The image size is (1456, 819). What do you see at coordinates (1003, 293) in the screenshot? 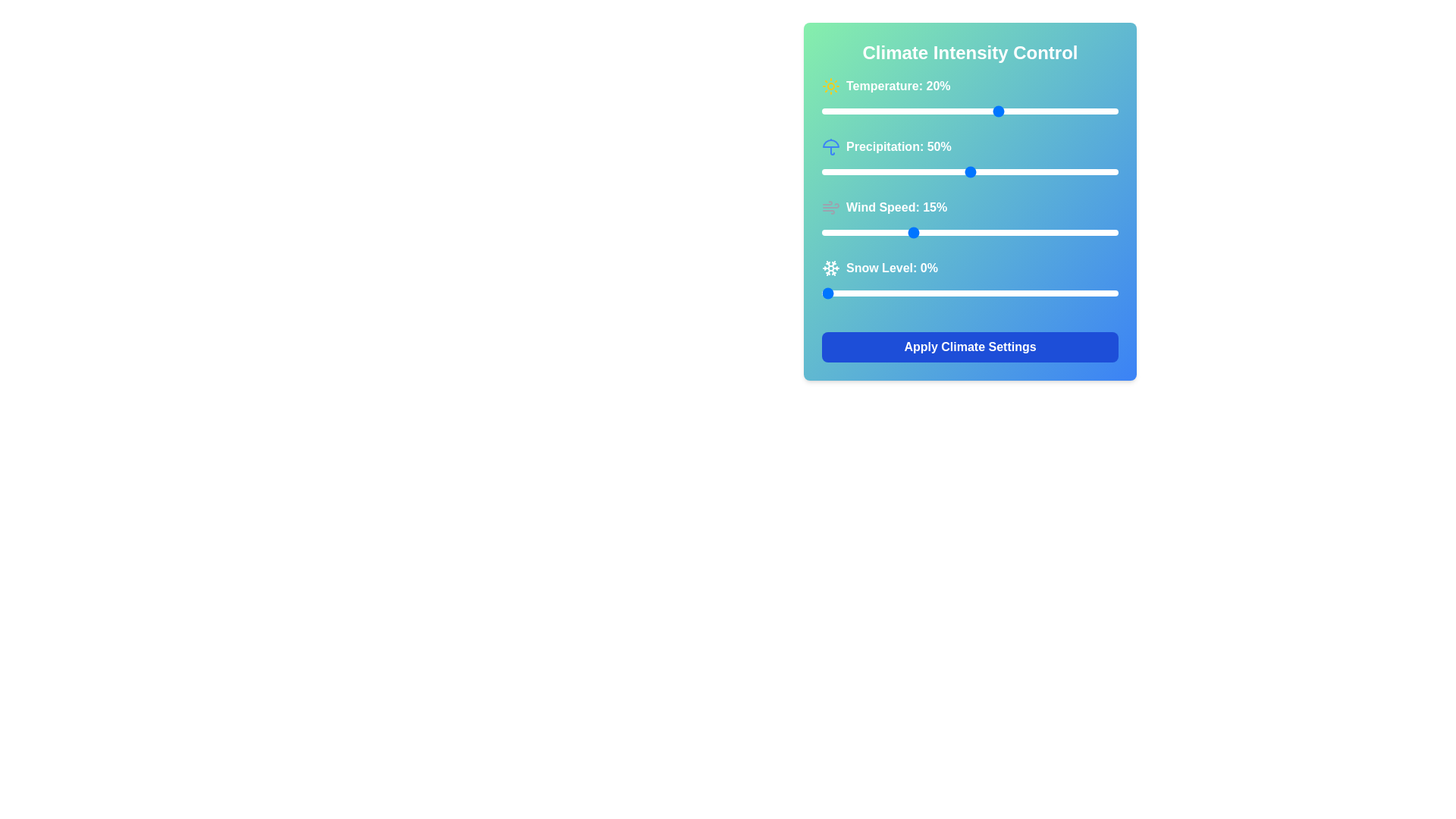
I see `the snow level` at bounding box center [1003, 293].